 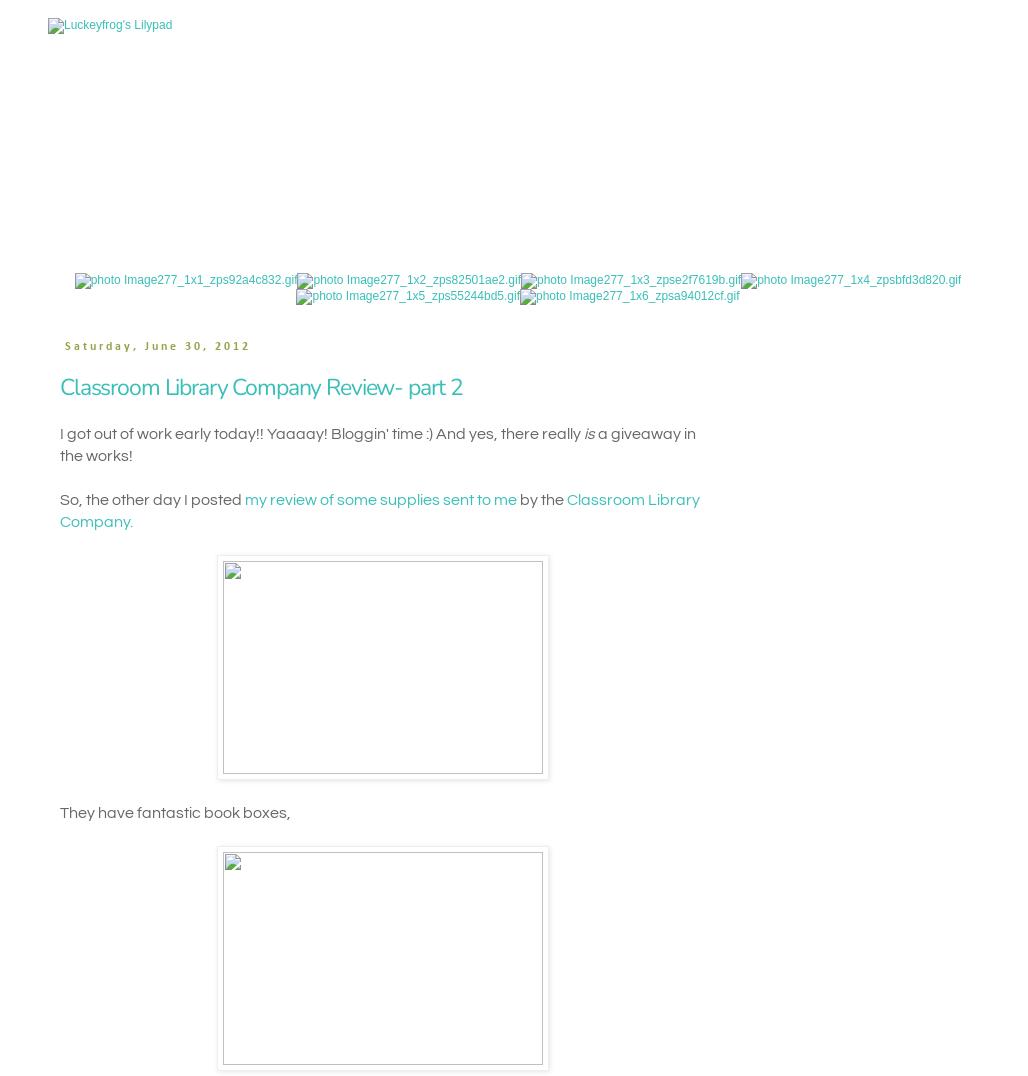 What do you see at coordinates (379, 499) in the screenshot?
I see `'my review of some supplies sent to me'` at bounding box center [379, 499].